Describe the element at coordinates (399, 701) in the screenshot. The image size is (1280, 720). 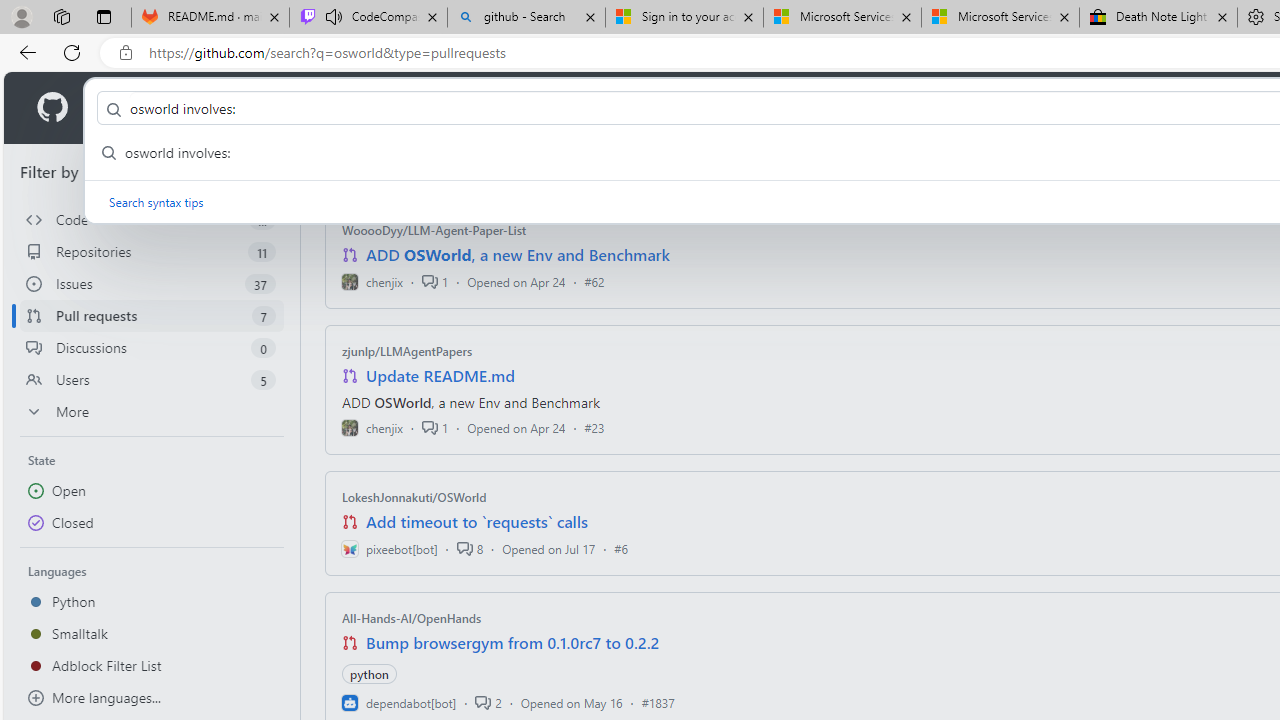
I see `'dependabot[bot]'` at that location.